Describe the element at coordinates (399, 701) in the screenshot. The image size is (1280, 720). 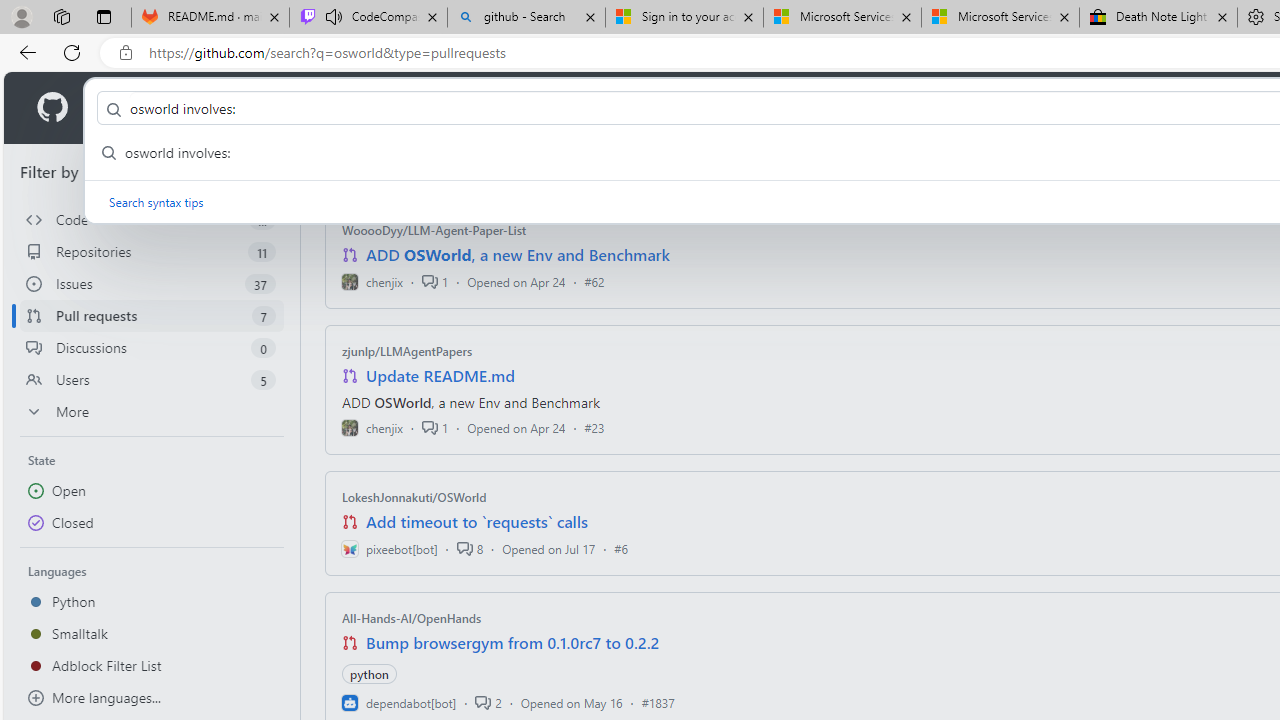
I see `'dependabot[bot]'` at that location.